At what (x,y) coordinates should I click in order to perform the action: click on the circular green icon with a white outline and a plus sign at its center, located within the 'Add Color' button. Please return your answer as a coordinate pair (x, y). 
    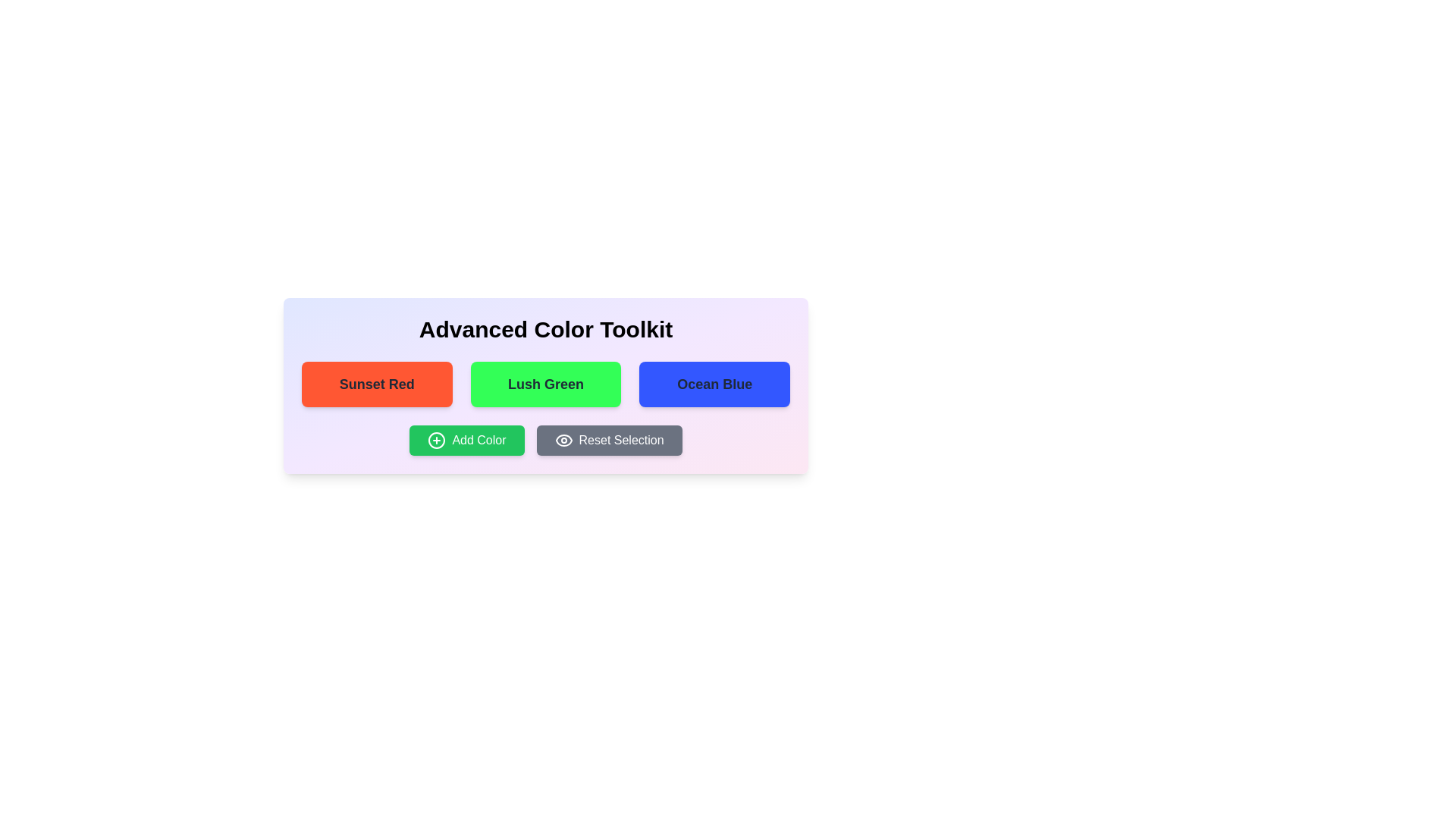
    Looking at the image, I should click on (436, 441).